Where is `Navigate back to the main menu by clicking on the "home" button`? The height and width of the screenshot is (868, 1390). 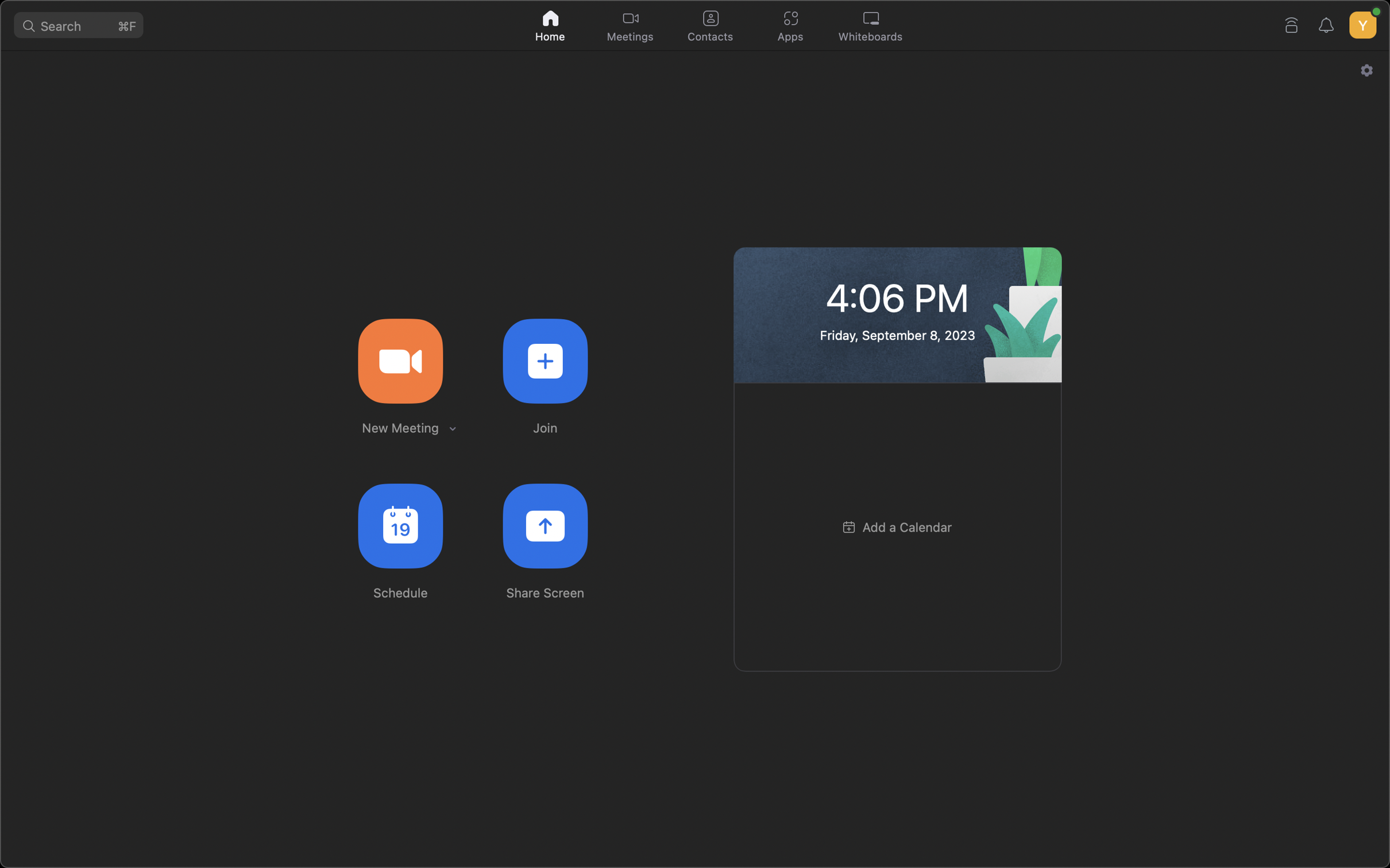
Navigate back to the main menu by clicking on the "home" button is located at coordinates (551, 24).